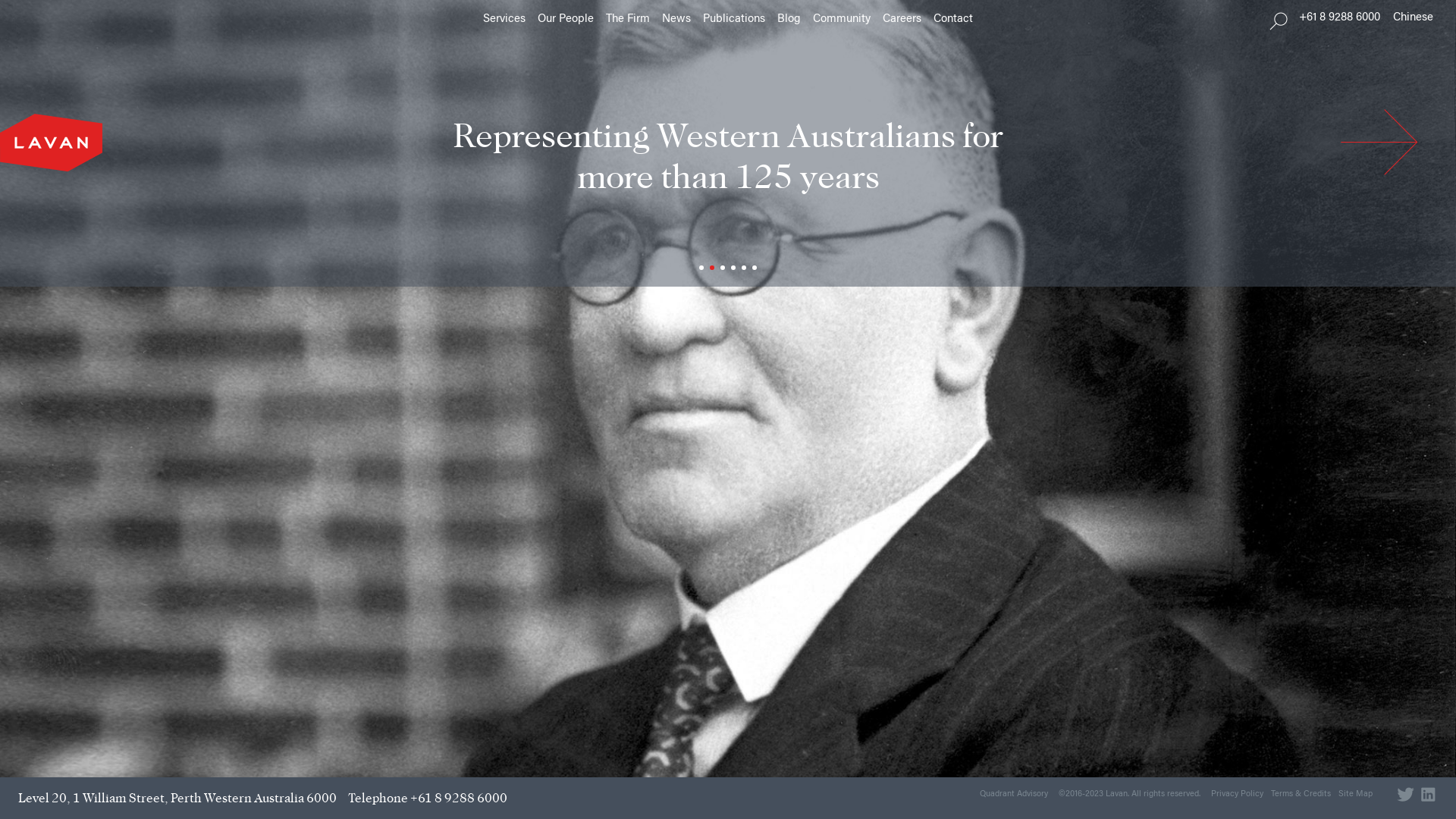 The image size is (1456, 819). What do you see at coordinates (482, 20) in the screenshot?
I see `'Services'` at bounding box center [482, 20].